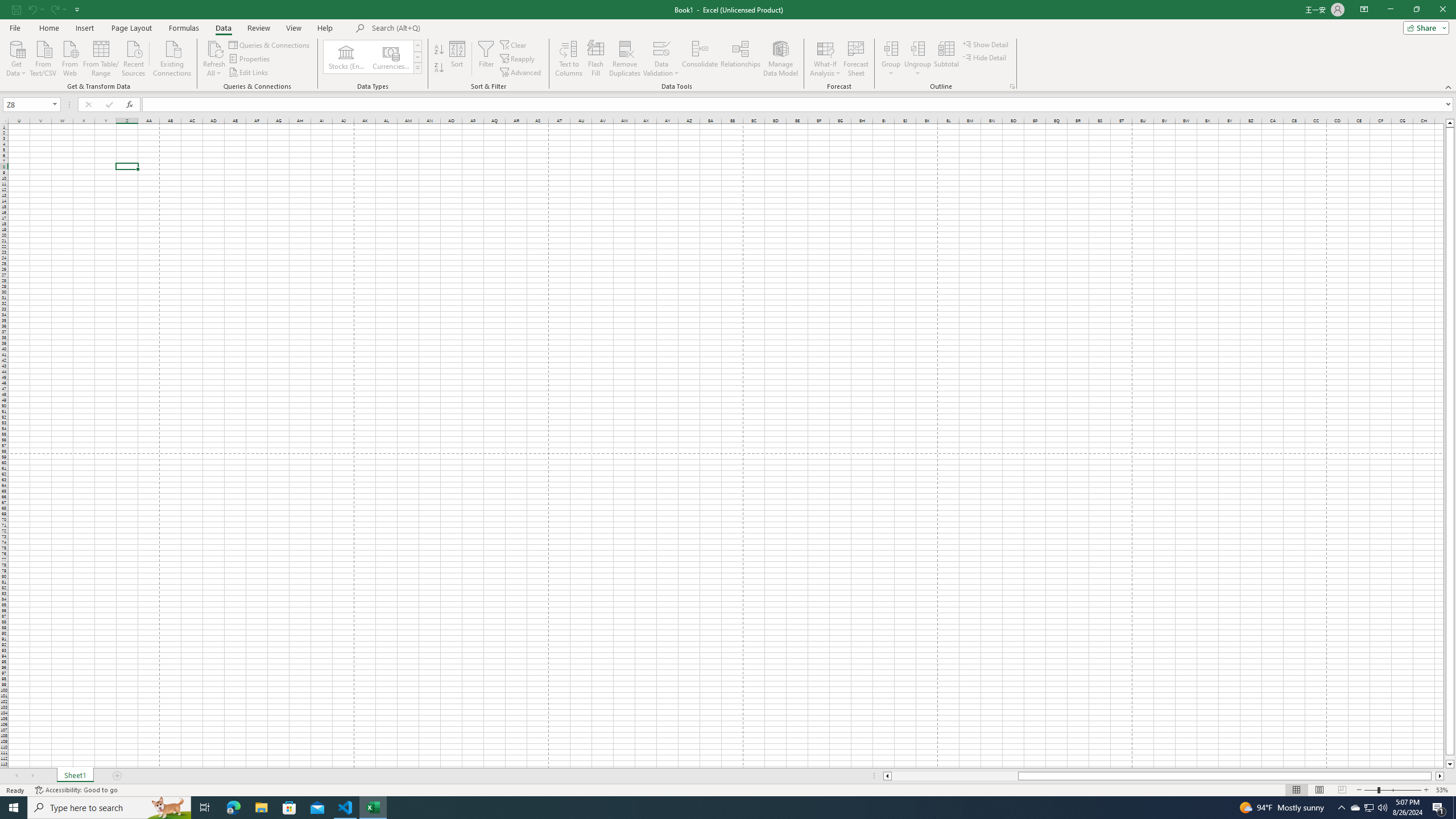 The image size is (1456, 819). I want to click on 'Stocks (English)', so click(346, 56).